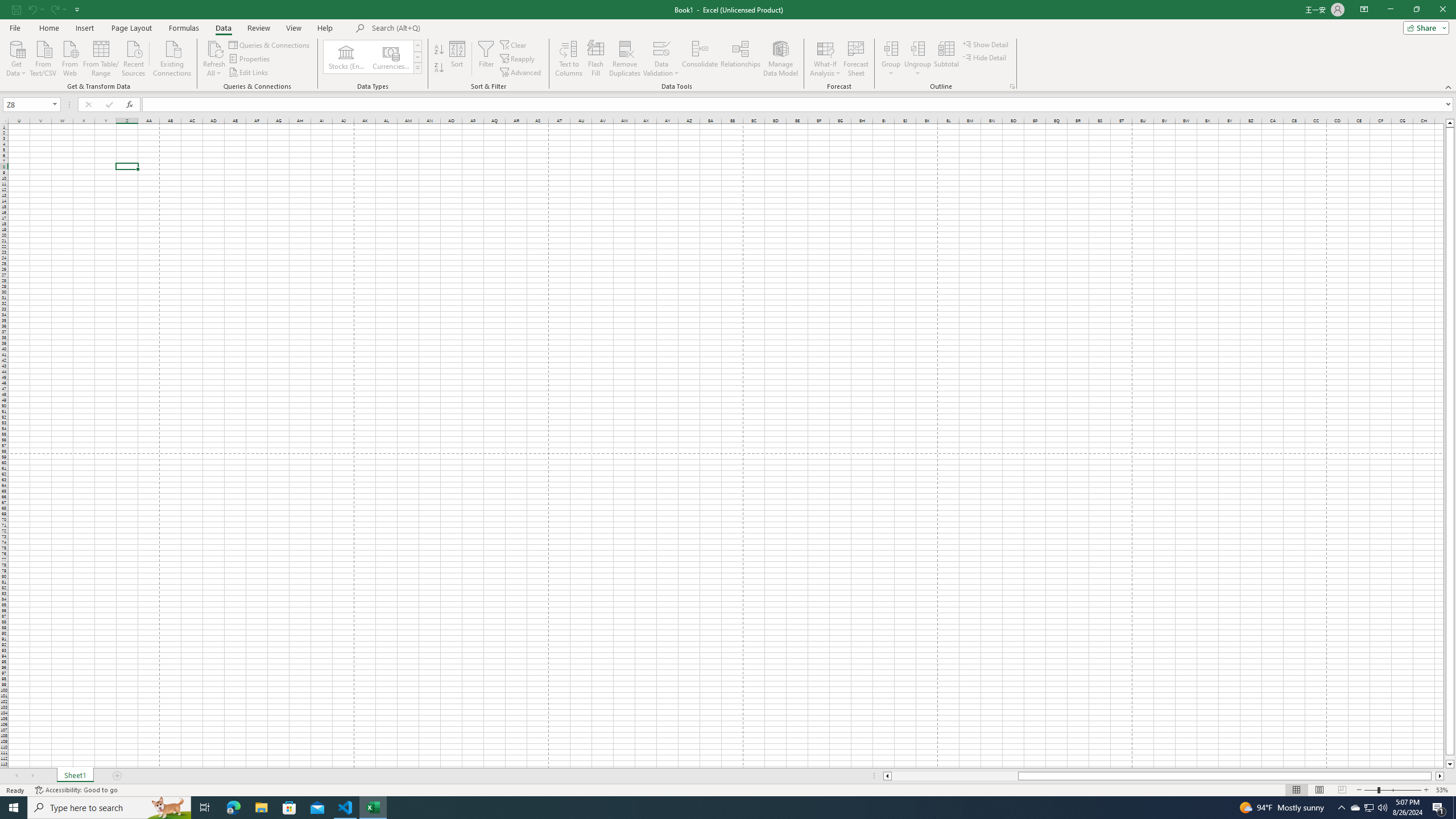 The image size is (1456, 819). I want to click on 'Stocks (English)', so click(346, 56).